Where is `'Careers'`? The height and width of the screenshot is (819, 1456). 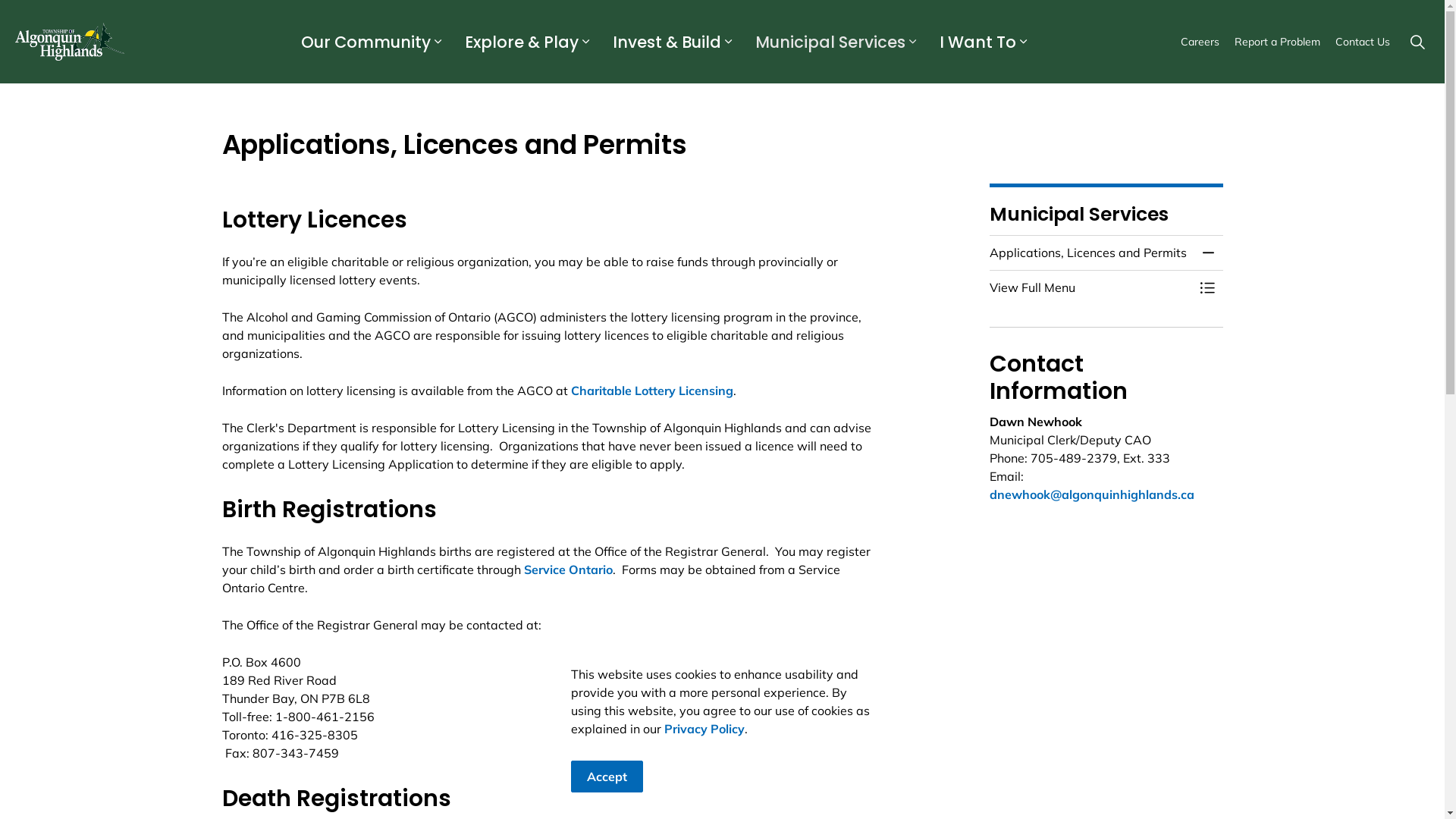 'Careers' is located at coordinates (1199, 40).